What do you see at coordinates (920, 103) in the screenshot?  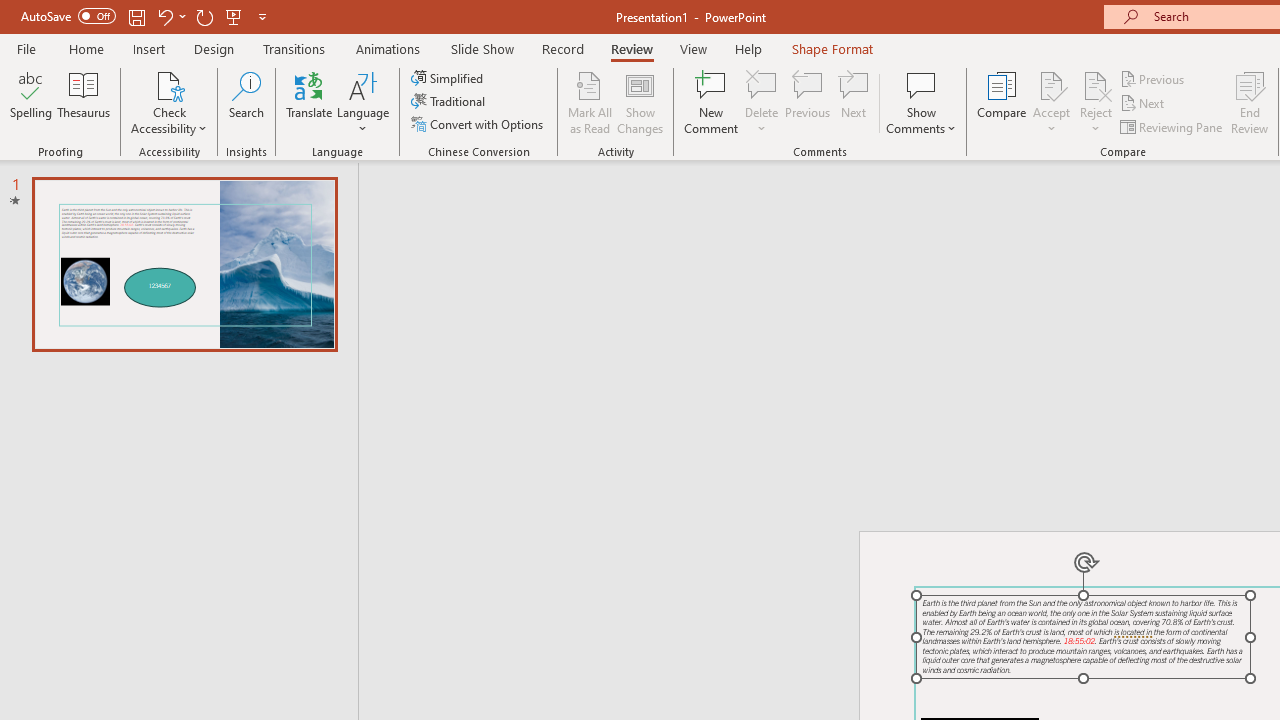 I see `'Show Comments'` at bounding box center [920, 103].